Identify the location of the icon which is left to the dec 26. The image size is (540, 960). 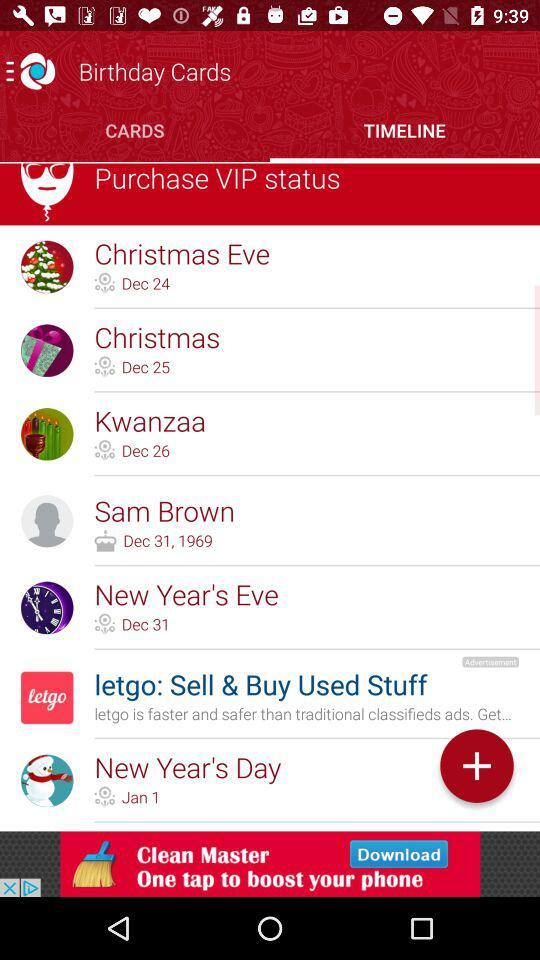
(104, 451).